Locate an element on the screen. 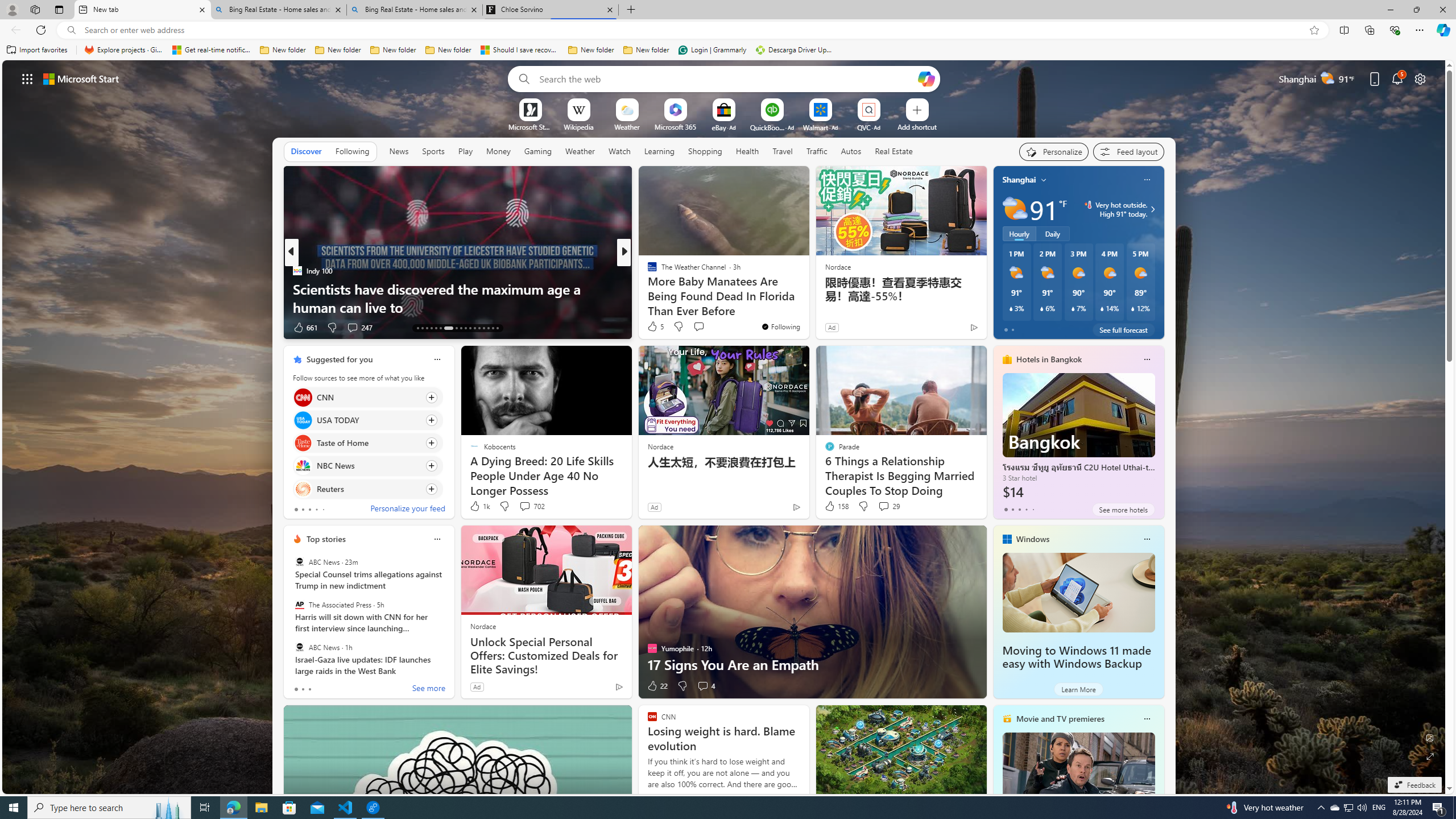 The width and height of the screenshot is (1456, 819). '12 YouTube Features You' is located at coordinates (806, 298).